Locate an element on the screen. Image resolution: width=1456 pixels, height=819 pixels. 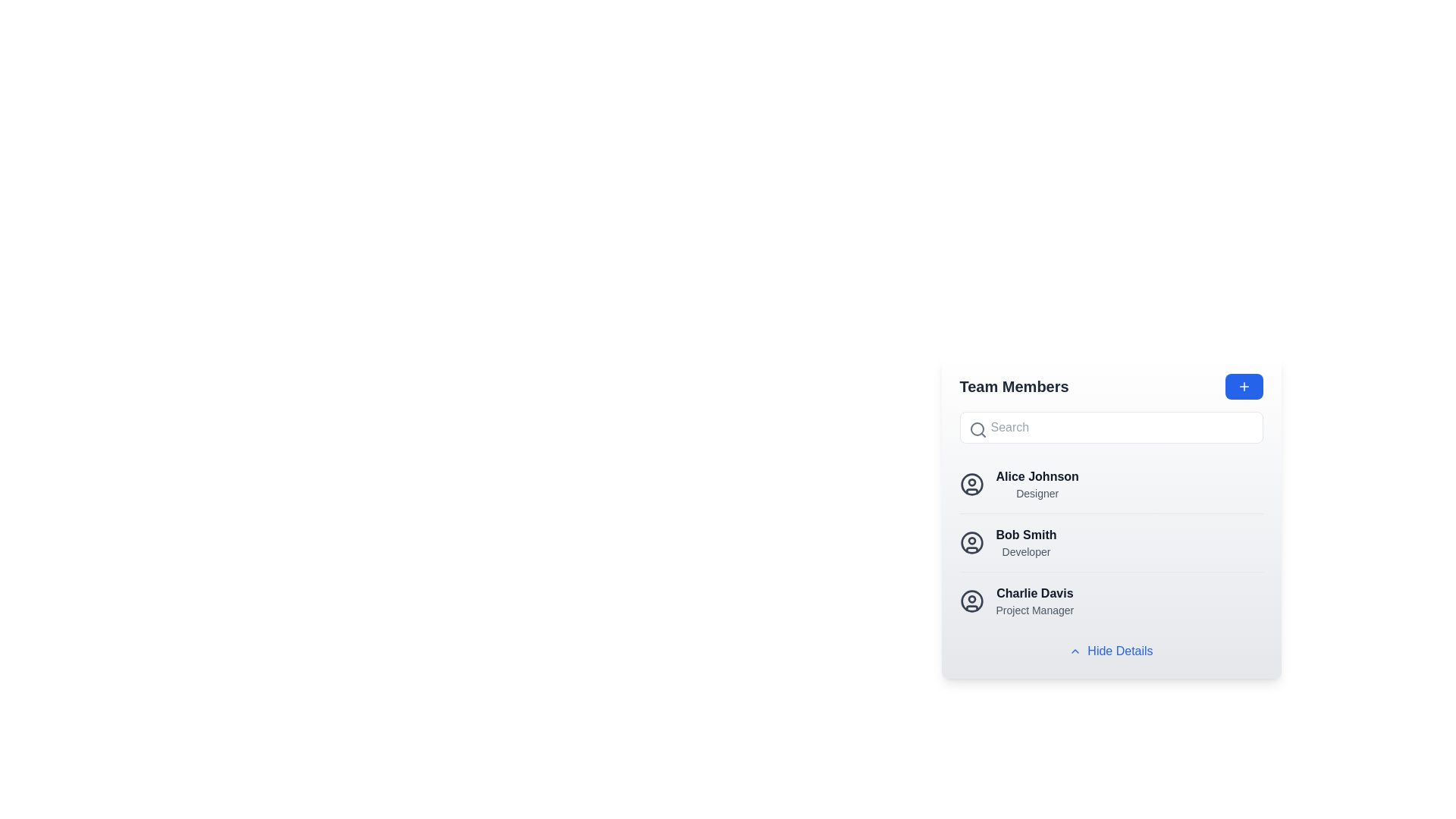
the team member profile for 'Bob Smith', the second item in the list is located at coordinates (1111, 541).